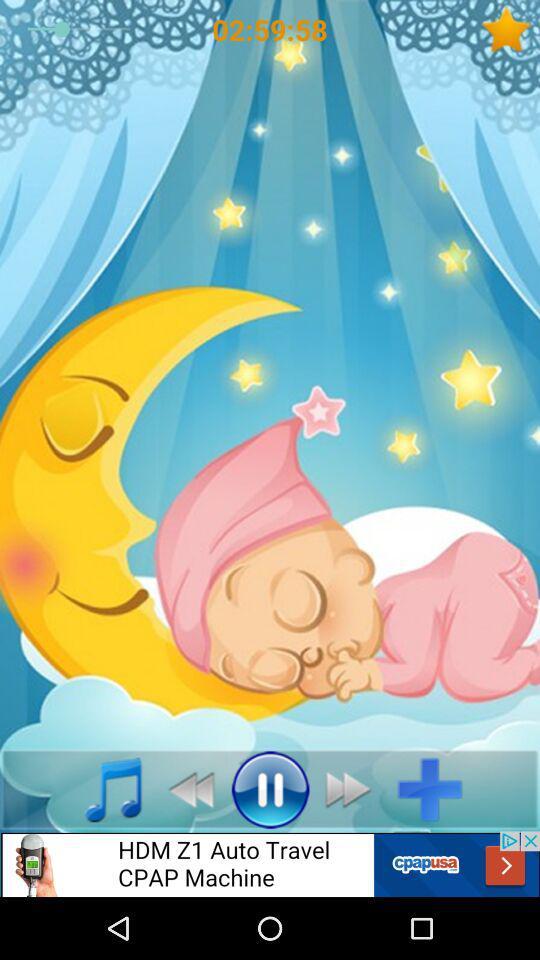 Image resolution: width=540 pixels, height=960 pixels. Describe the element at coordinates (270, 789) in the screenshot. I see `play` at that location.